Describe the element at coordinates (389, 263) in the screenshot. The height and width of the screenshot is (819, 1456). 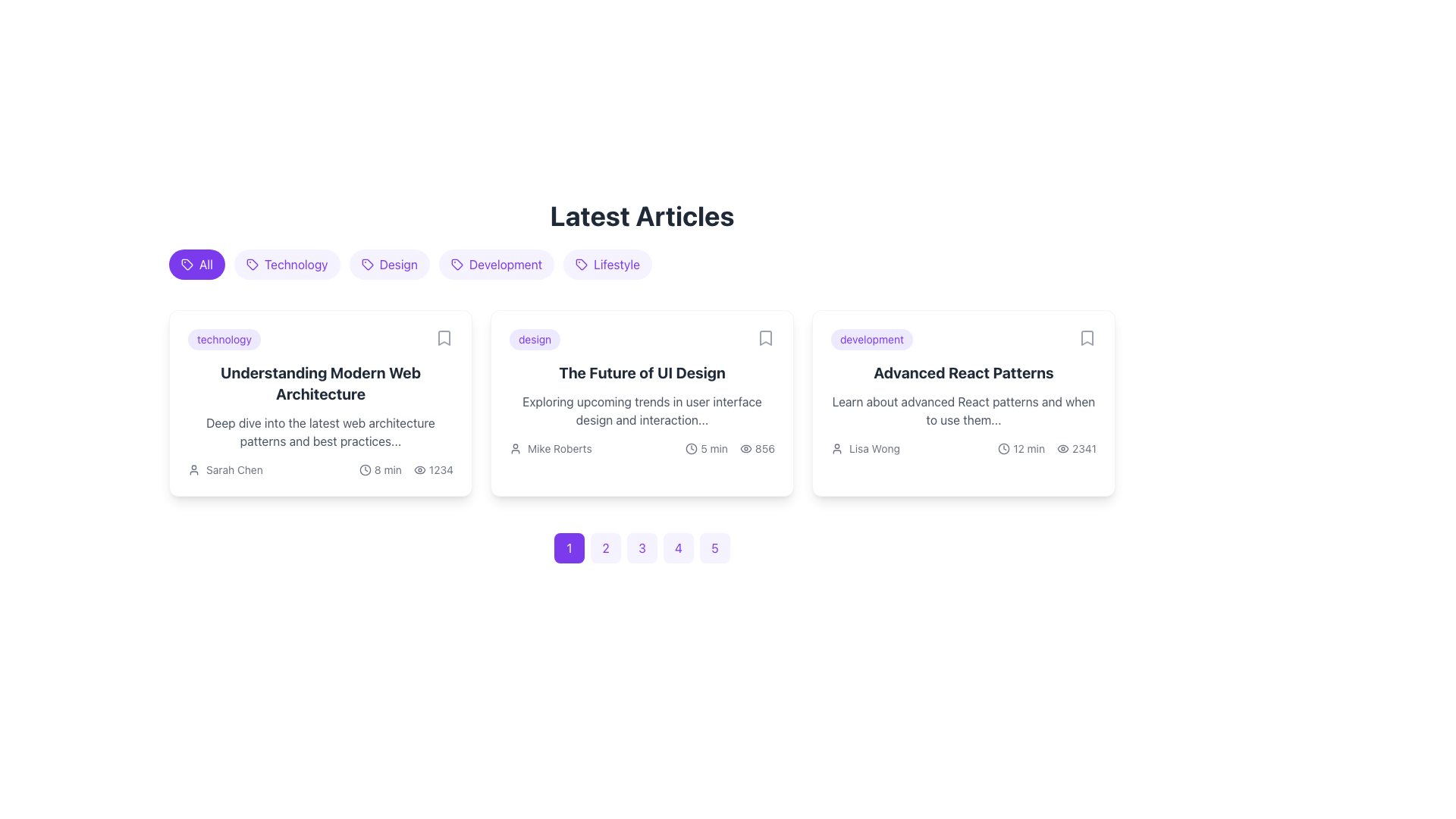
I see `the 'Design' category filter button, which is the third button in the list of category filters at the top of the content cards section` at that location.